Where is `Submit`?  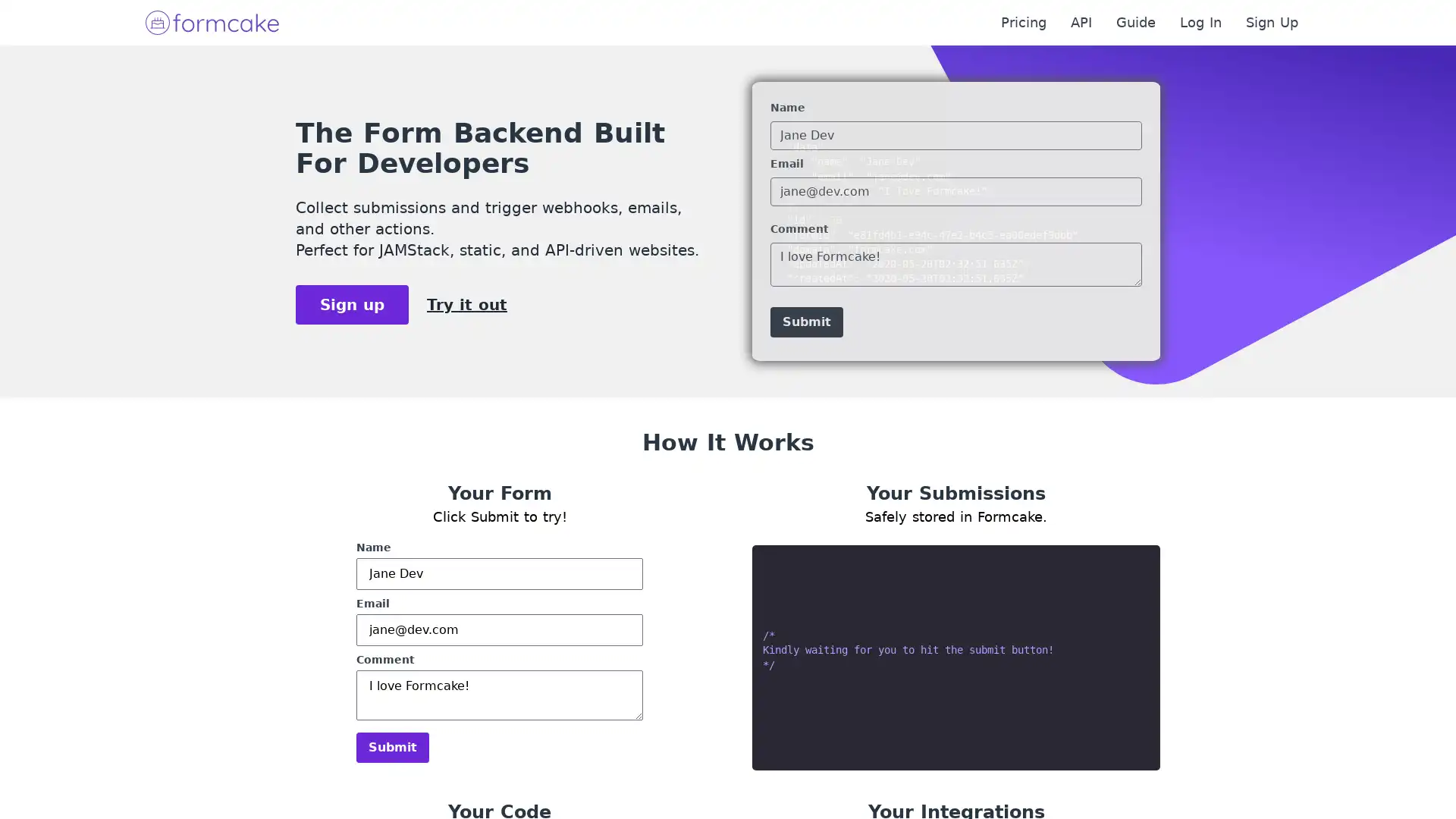
Submit is located at coordinates (393, 745).